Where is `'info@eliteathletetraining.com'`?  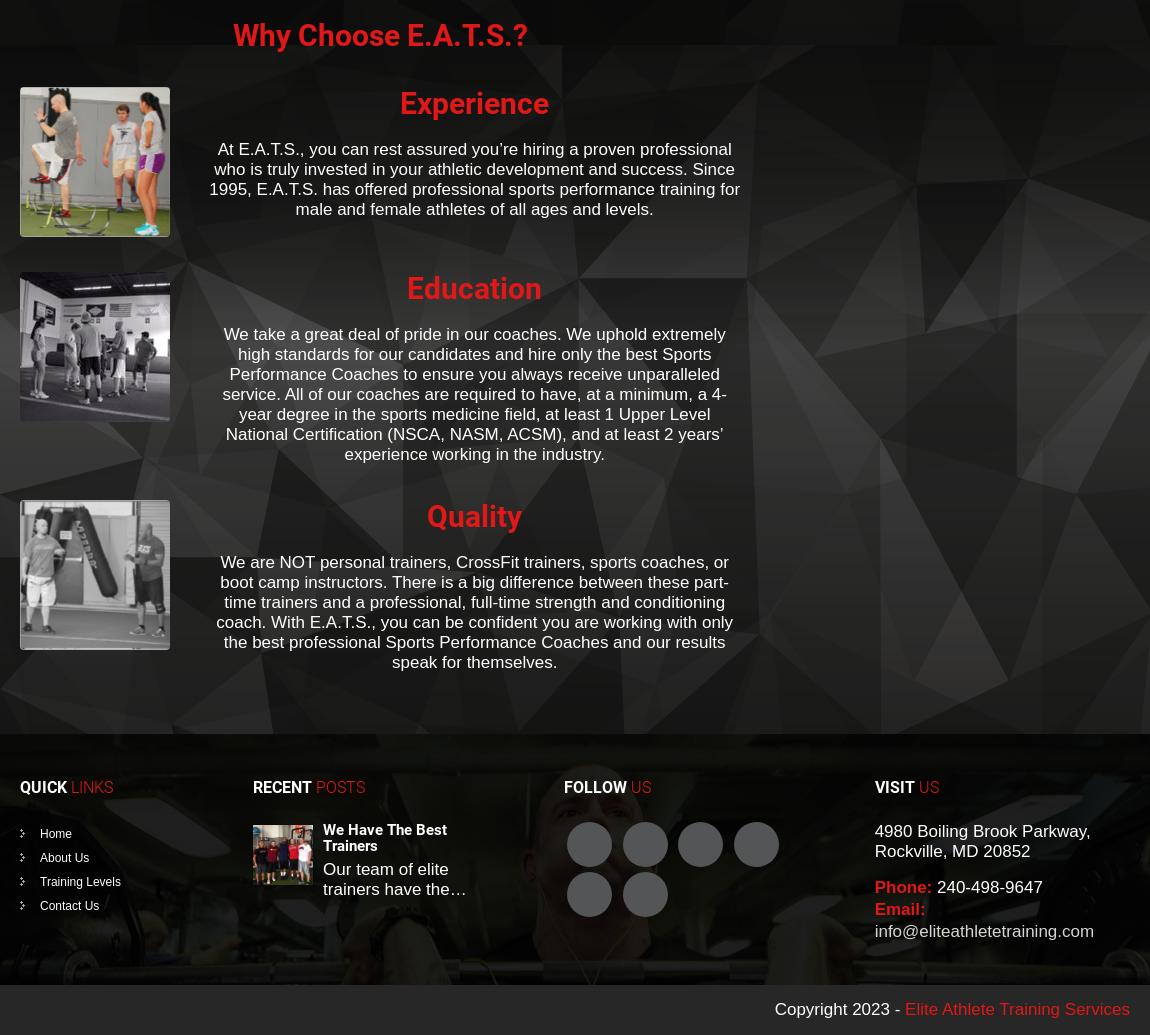
'info@eliteathletetraining.com' is located at coordinates (874, 929).